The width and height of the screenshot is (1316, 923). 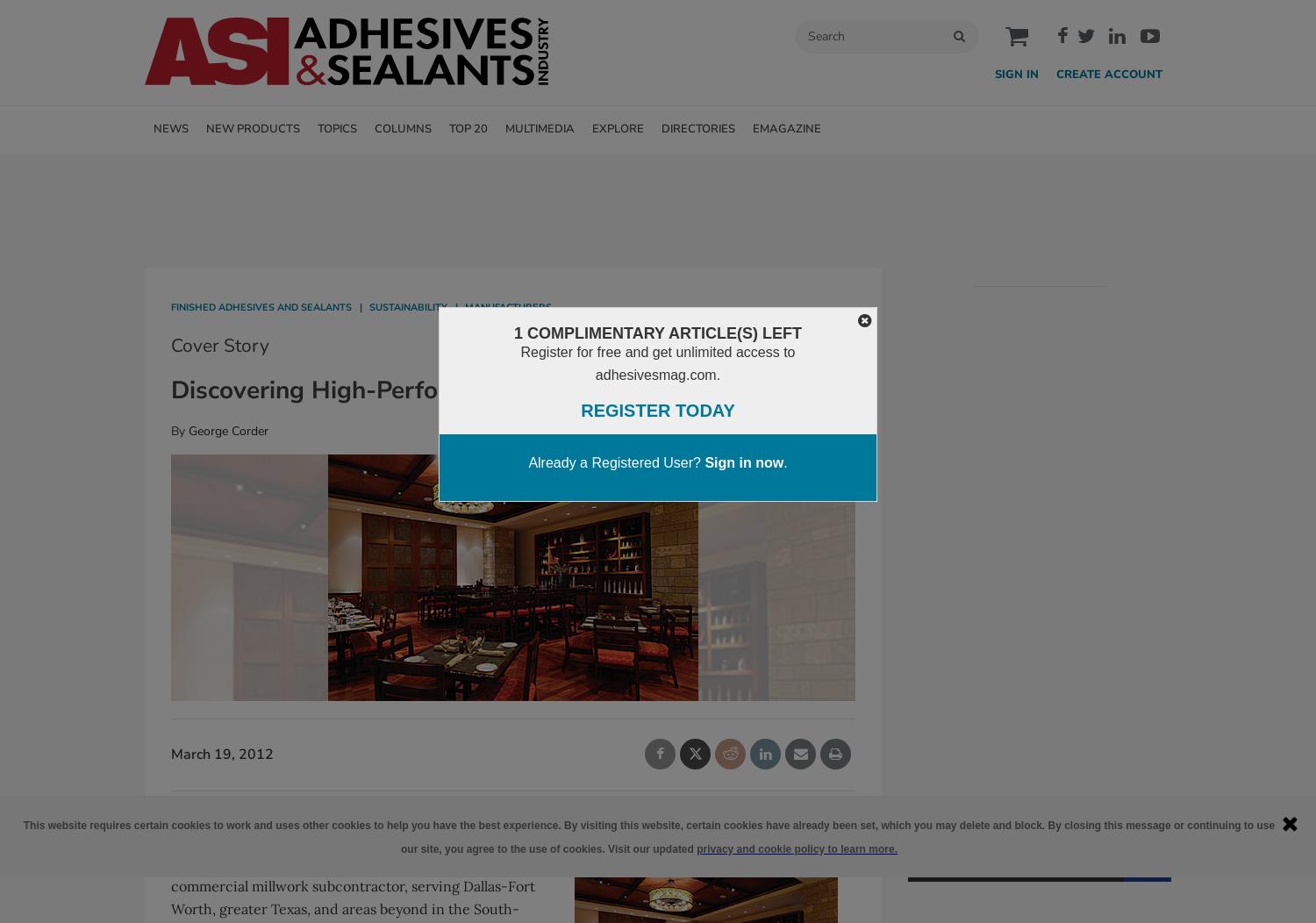 What do you see at coordinates (219, 345) in the screenshot?
I see `'Cover Story'` at bounding box center [219, 345].